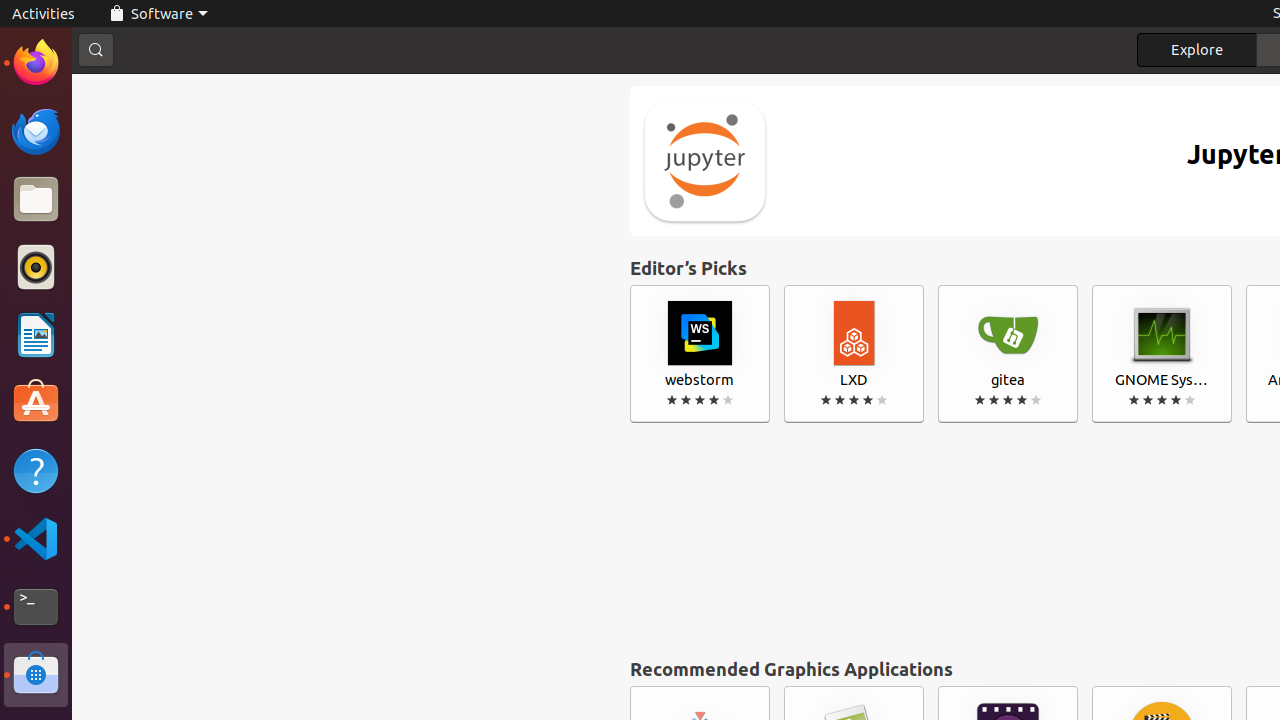 The width and height of the screenshot is (1280, 720). I want to click on 'GNOME System Monitor', so click(1161, 353).